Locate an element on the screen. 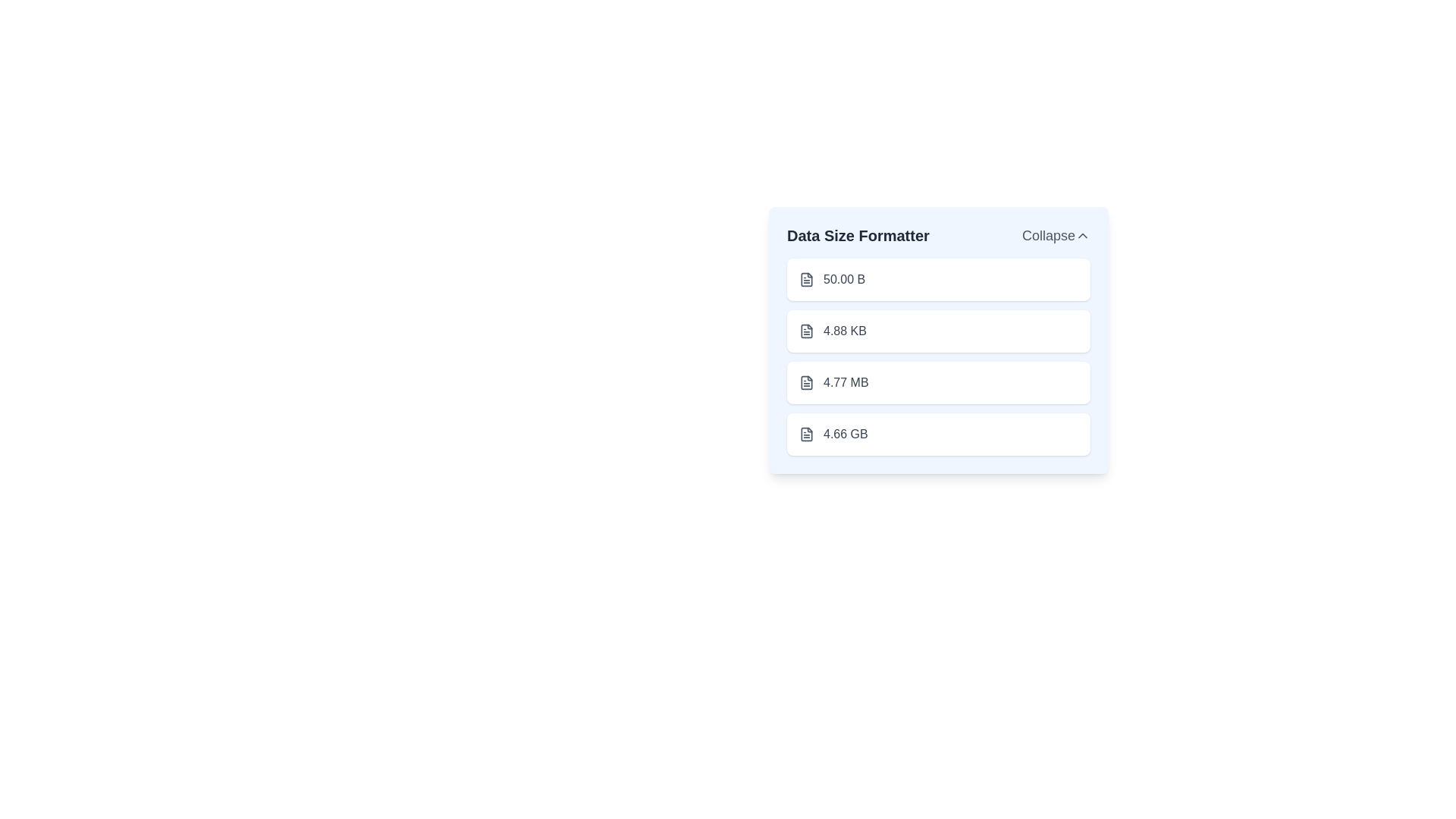 The height and width of the screenshot is (819, 1456). the 'Collapse' button, which has the text styled in bold and an upward-facing chevron icon, located to the right of the title 'Data Size Formatter' is located at coordinates (1055, 236).